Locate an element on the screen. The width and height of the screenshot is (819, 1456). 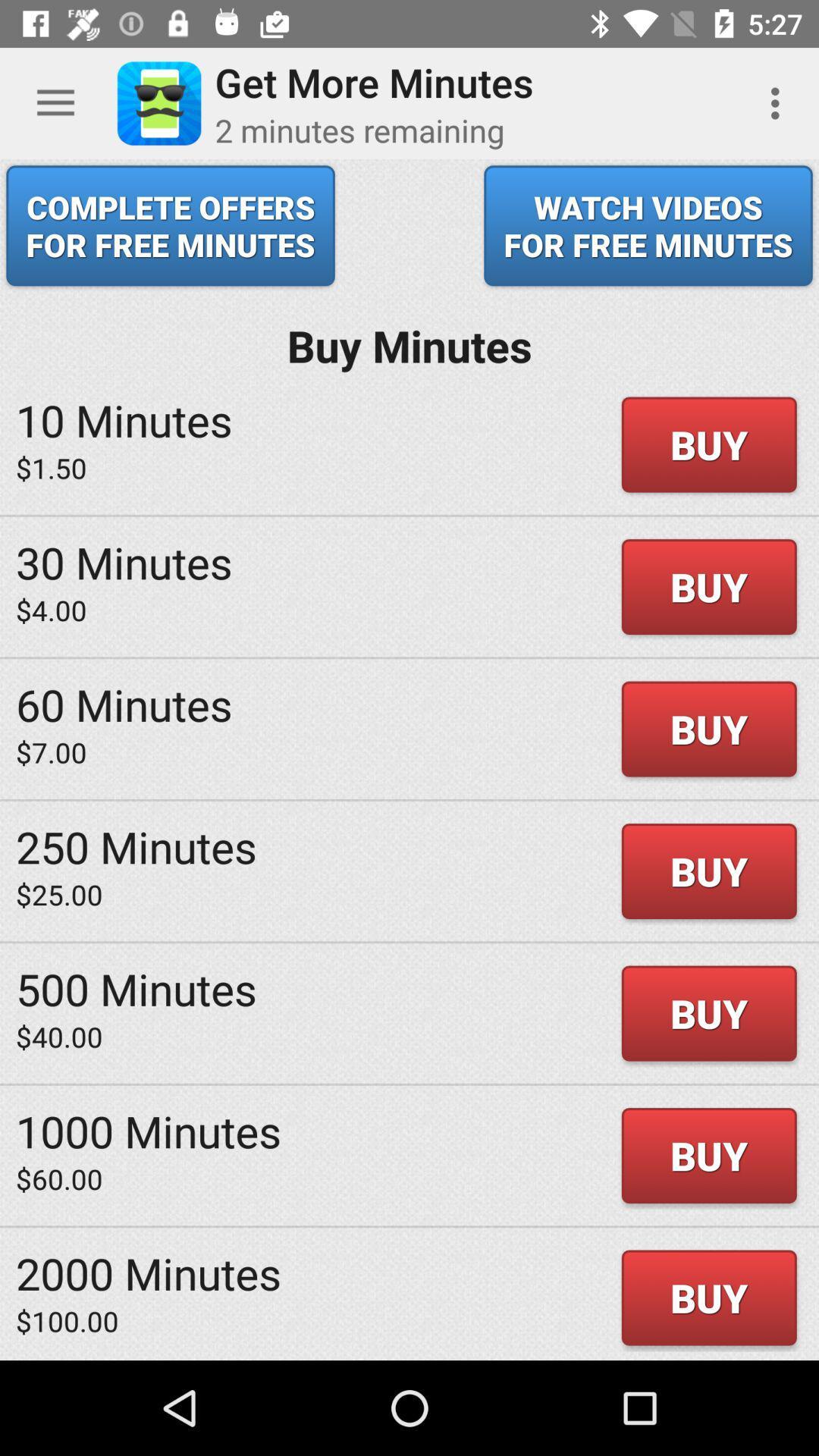
500 minutes icon is located at coordinates (136, 988).